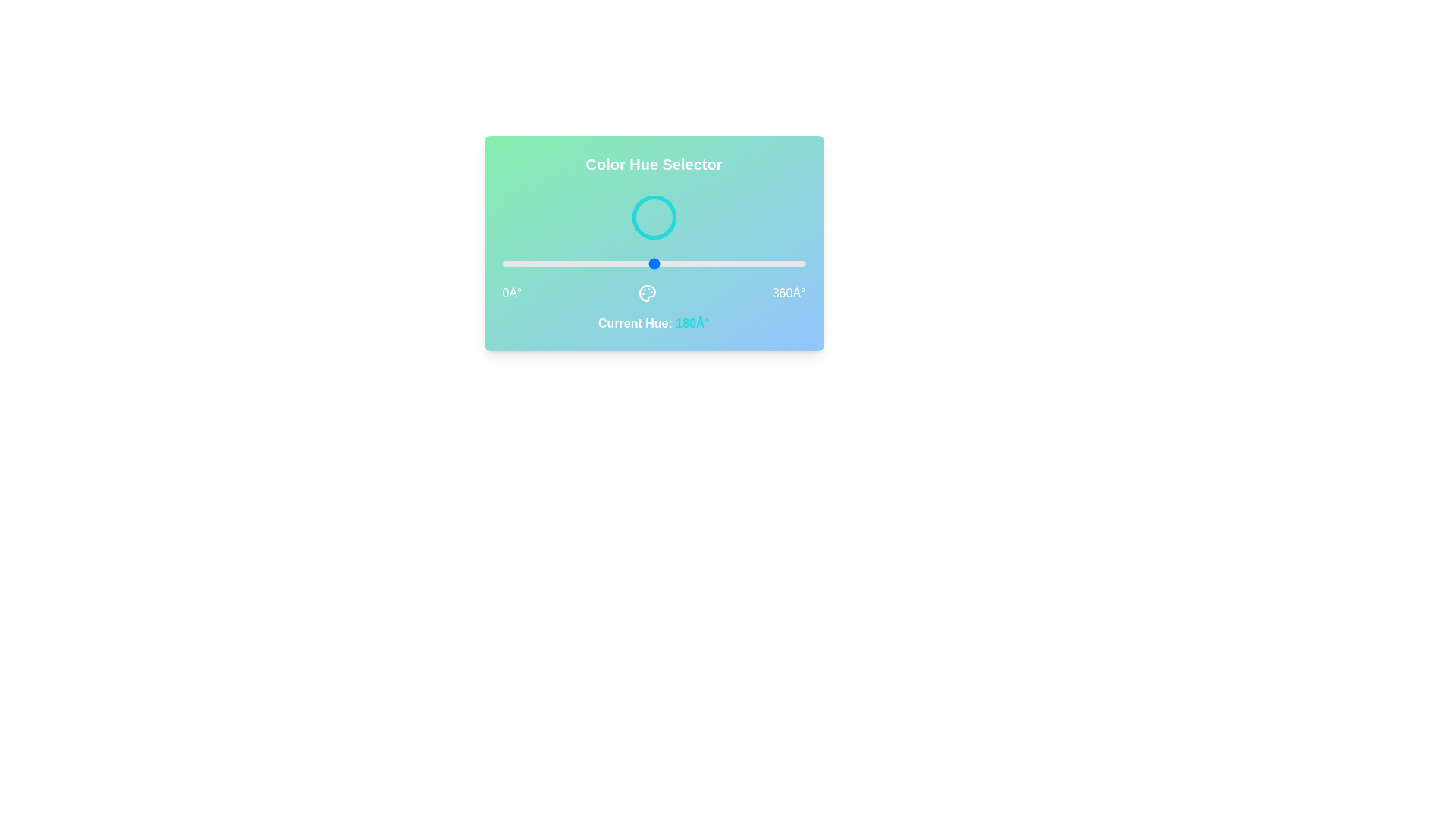 This screenshot has width=1456, height=819. I want to click on the hue value to 334 by interacting with the slider, so click(783, 262).